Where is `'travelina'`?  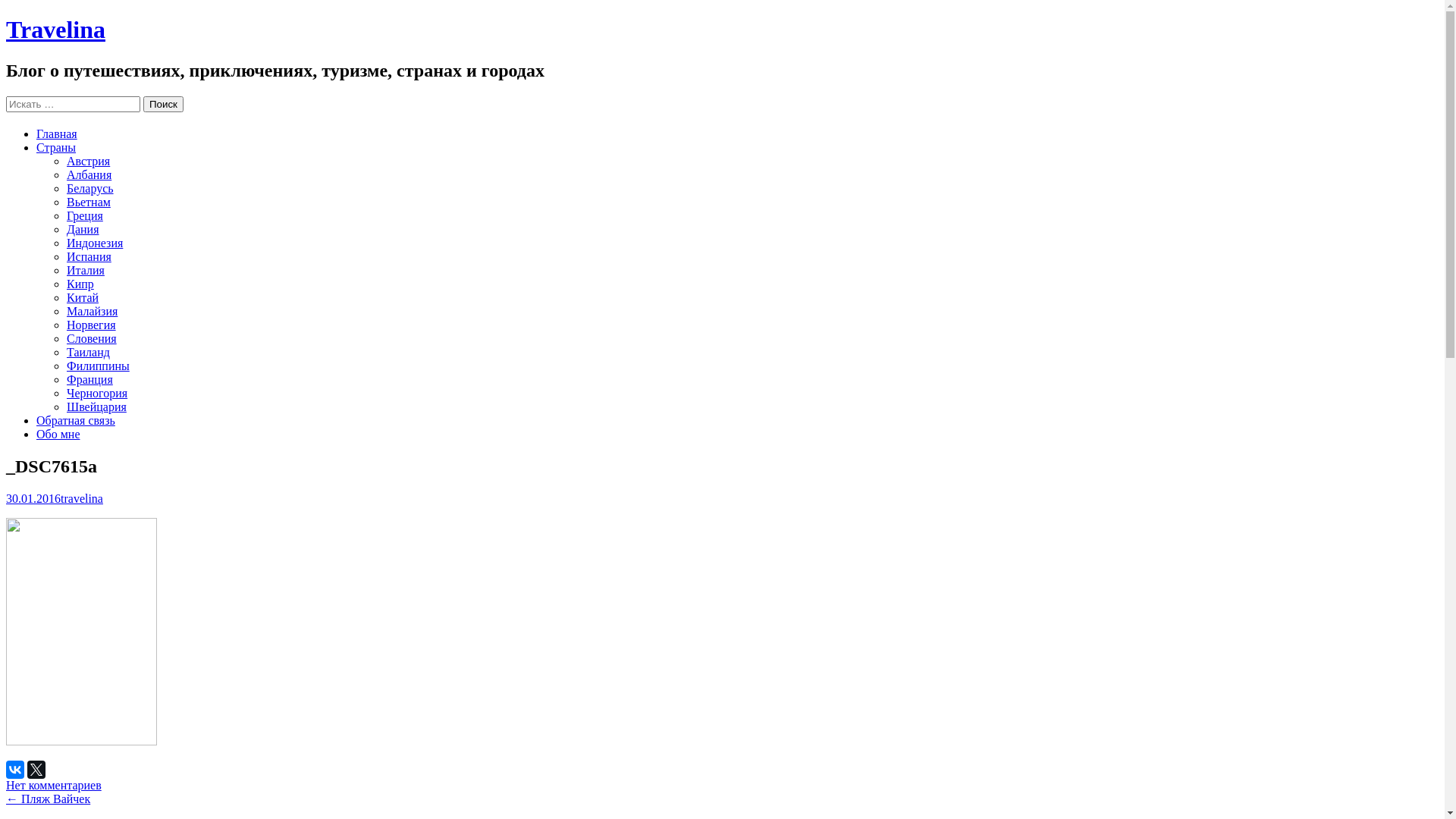
'travelina' is located at coordinates (80, 497).